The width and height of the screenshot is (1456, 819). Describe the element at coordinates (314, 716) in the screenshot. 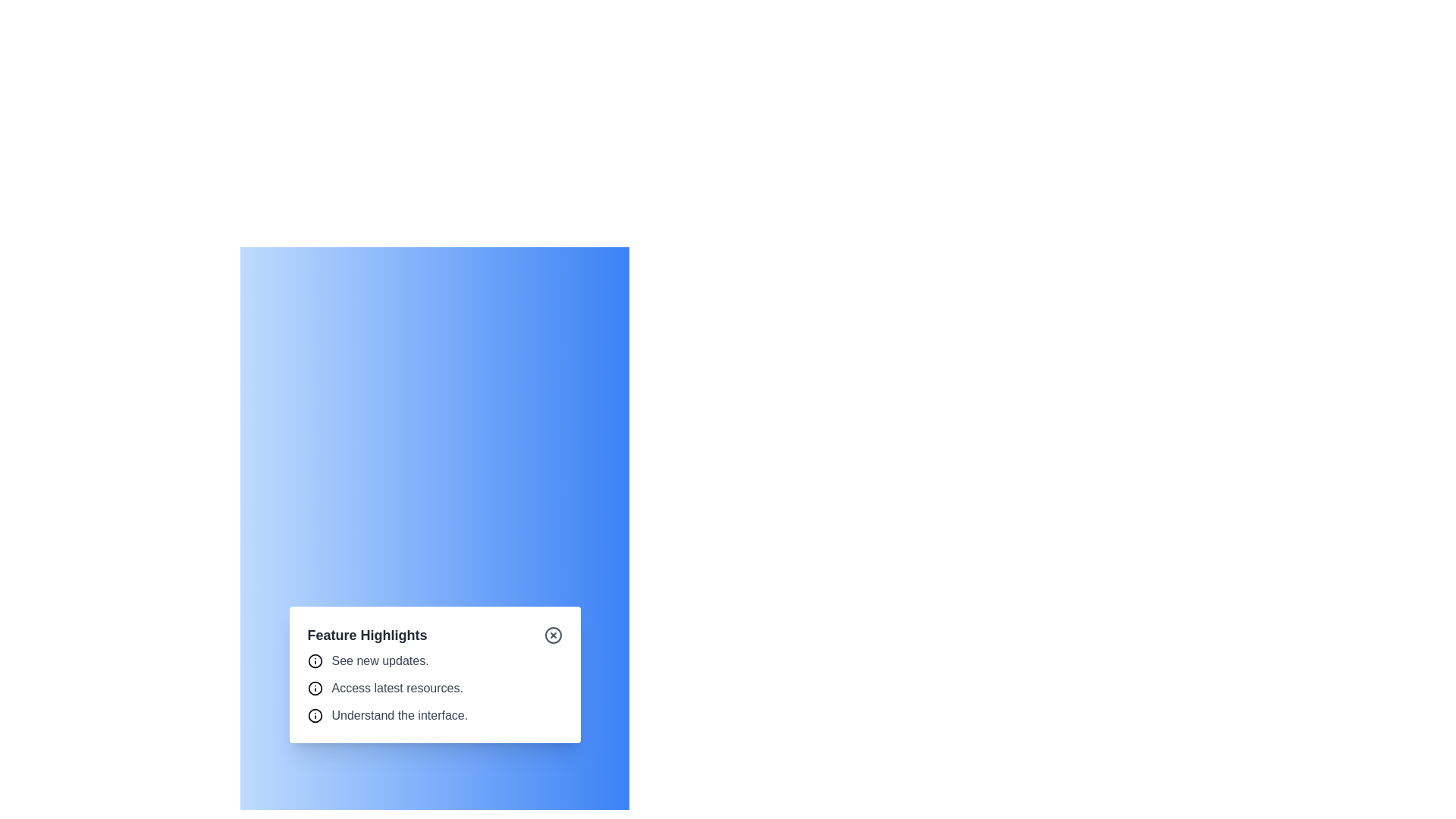

I see `the third circular icon in the lower left portion of the floating information card under the 'Understand the interface' text, which serves as a visual indicator` at that location.